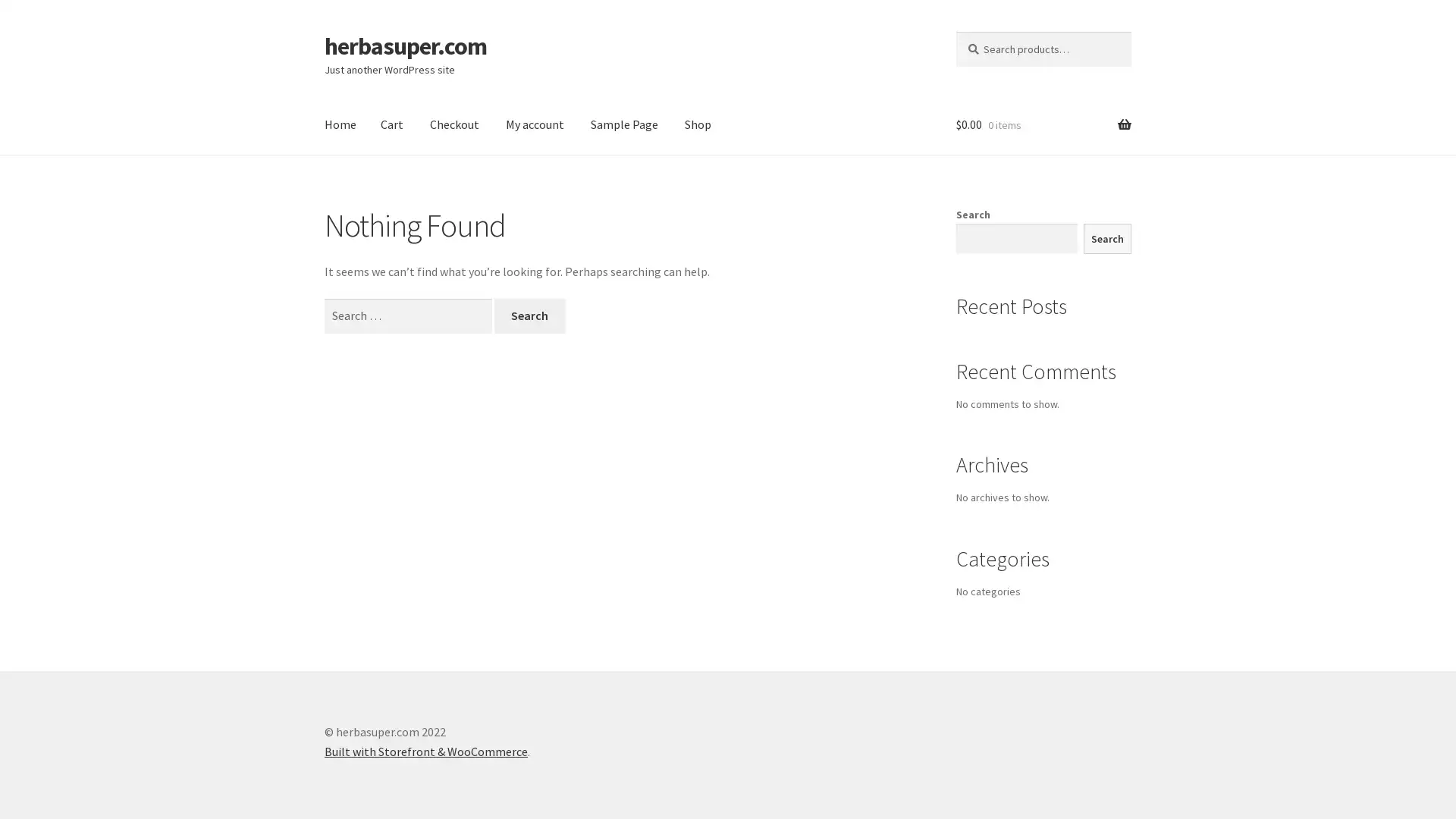 This screenshot has height=819, width=1456. Describe the element at coordinates (529, 315) in the screenshot. I see `Search` at that location.